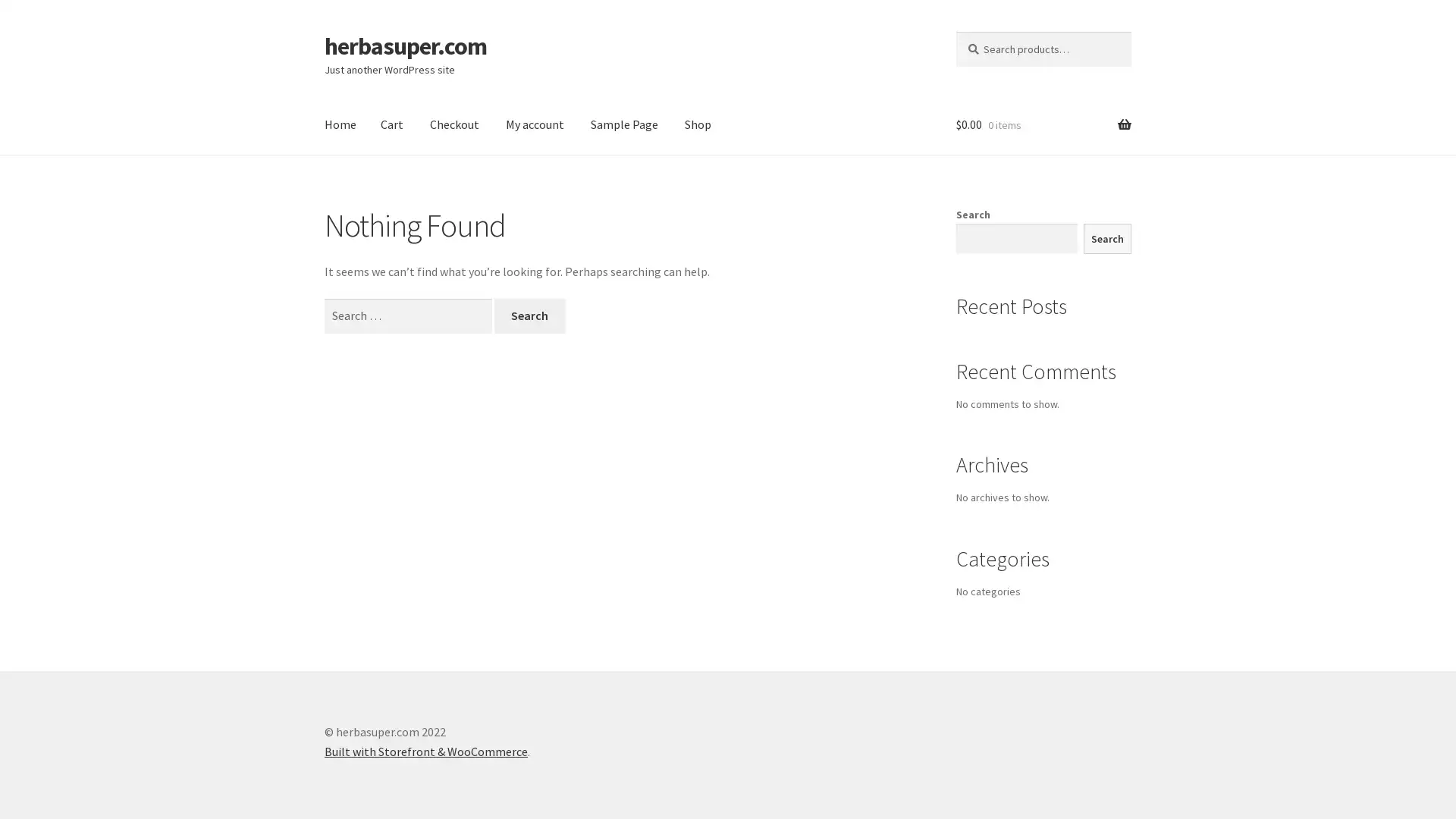 This screenshot has height=819, width=1456. Describe the element at coordinates (529, 315) in the screenshot. I see `Search` at that location.